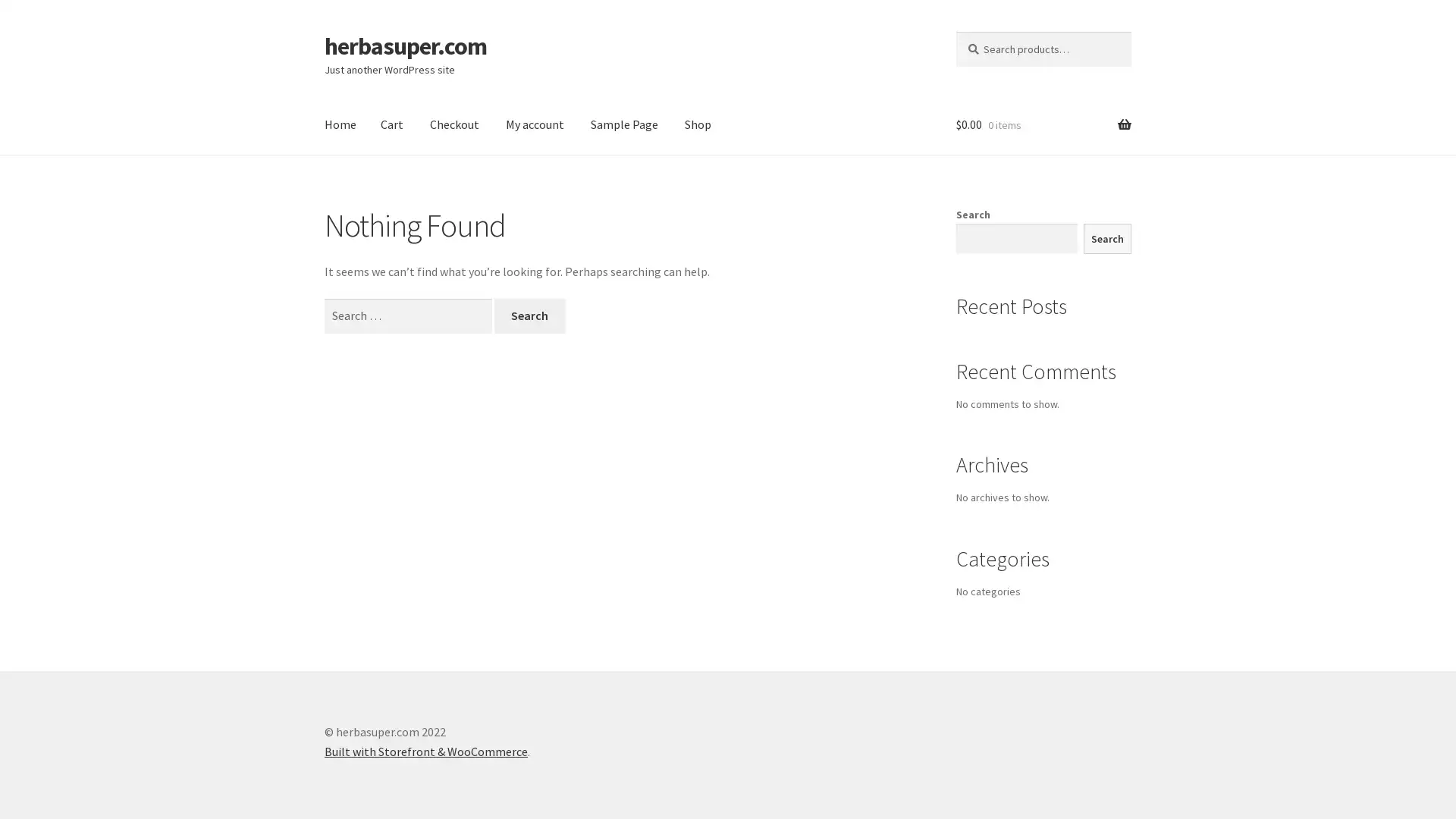 This screenshot has height=819, width=1456. Describe the element at coordinates (529, 315) in the screenshot. I see `Search` at that location.